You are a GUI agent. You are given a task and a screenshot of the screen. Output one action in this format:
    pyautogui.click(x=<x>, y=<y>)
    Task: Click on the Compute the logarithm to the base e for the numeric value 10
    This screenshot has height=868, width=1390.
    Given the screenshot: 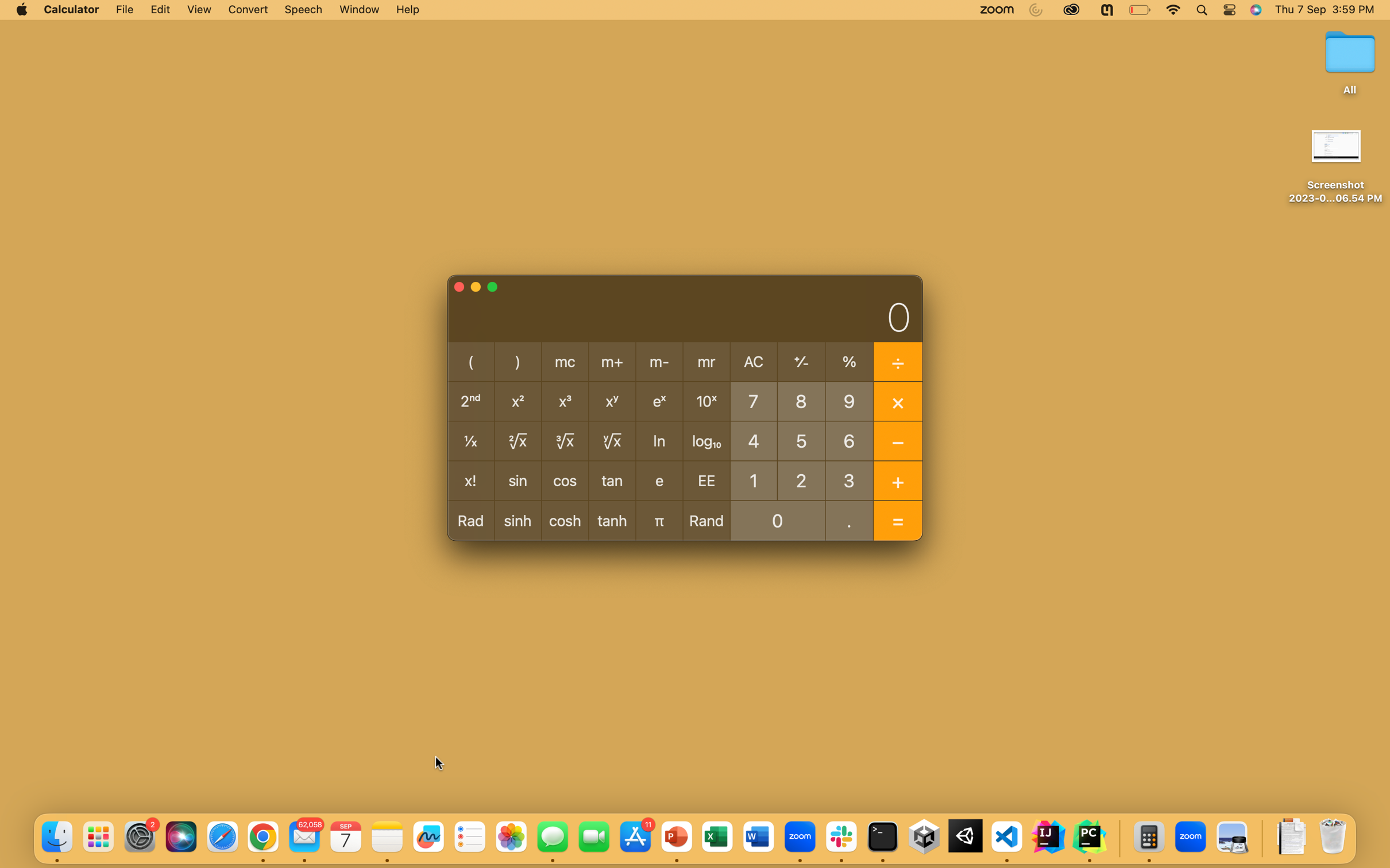 What is the action you would take?
    pyautogui.click(x=753, y=479)
    